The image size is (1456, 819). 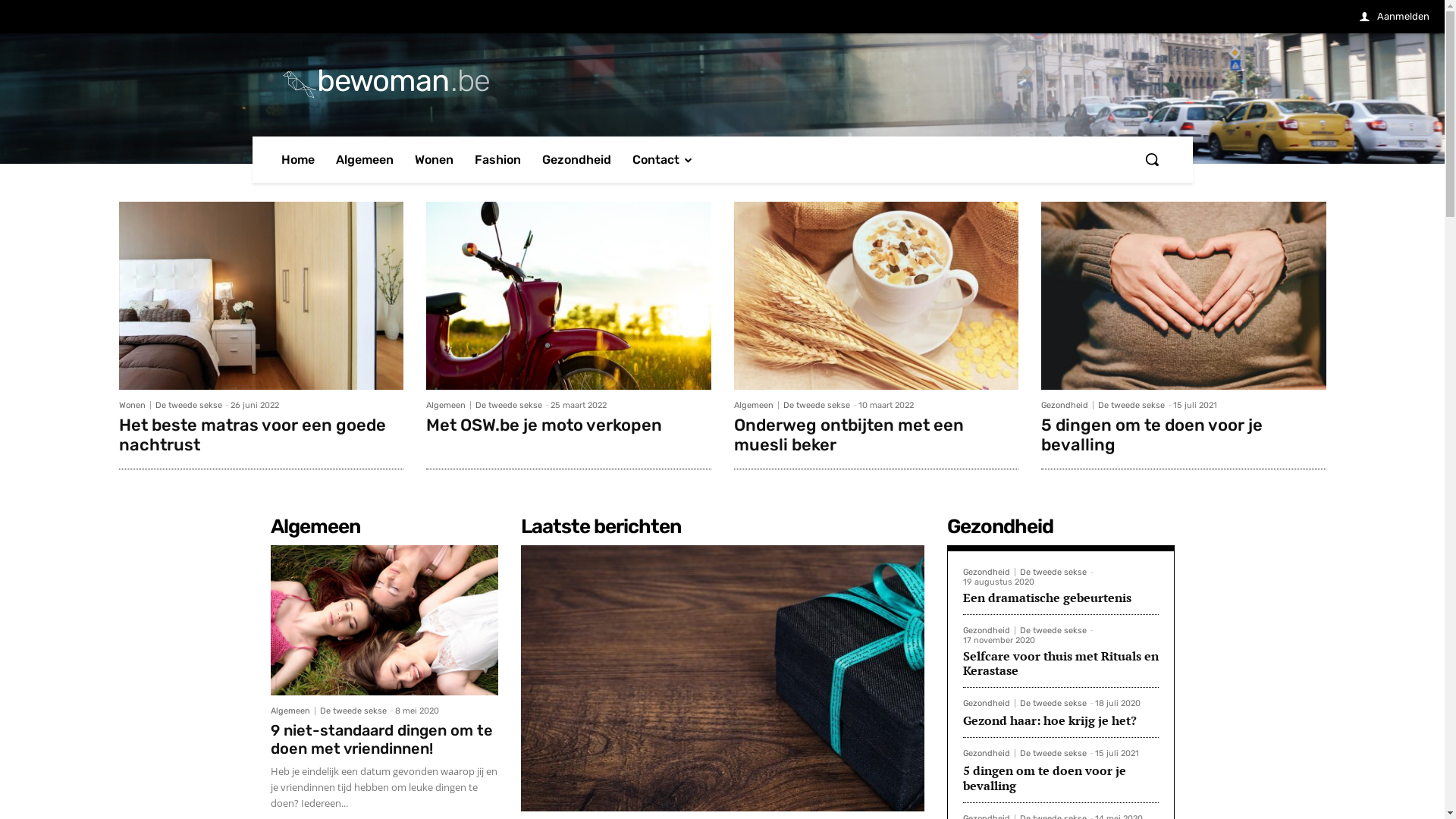 What do you see at coordinates (1360, 17) in the screenshot?
I see `'Aanmelden'` at bounding box center [1360, 17].